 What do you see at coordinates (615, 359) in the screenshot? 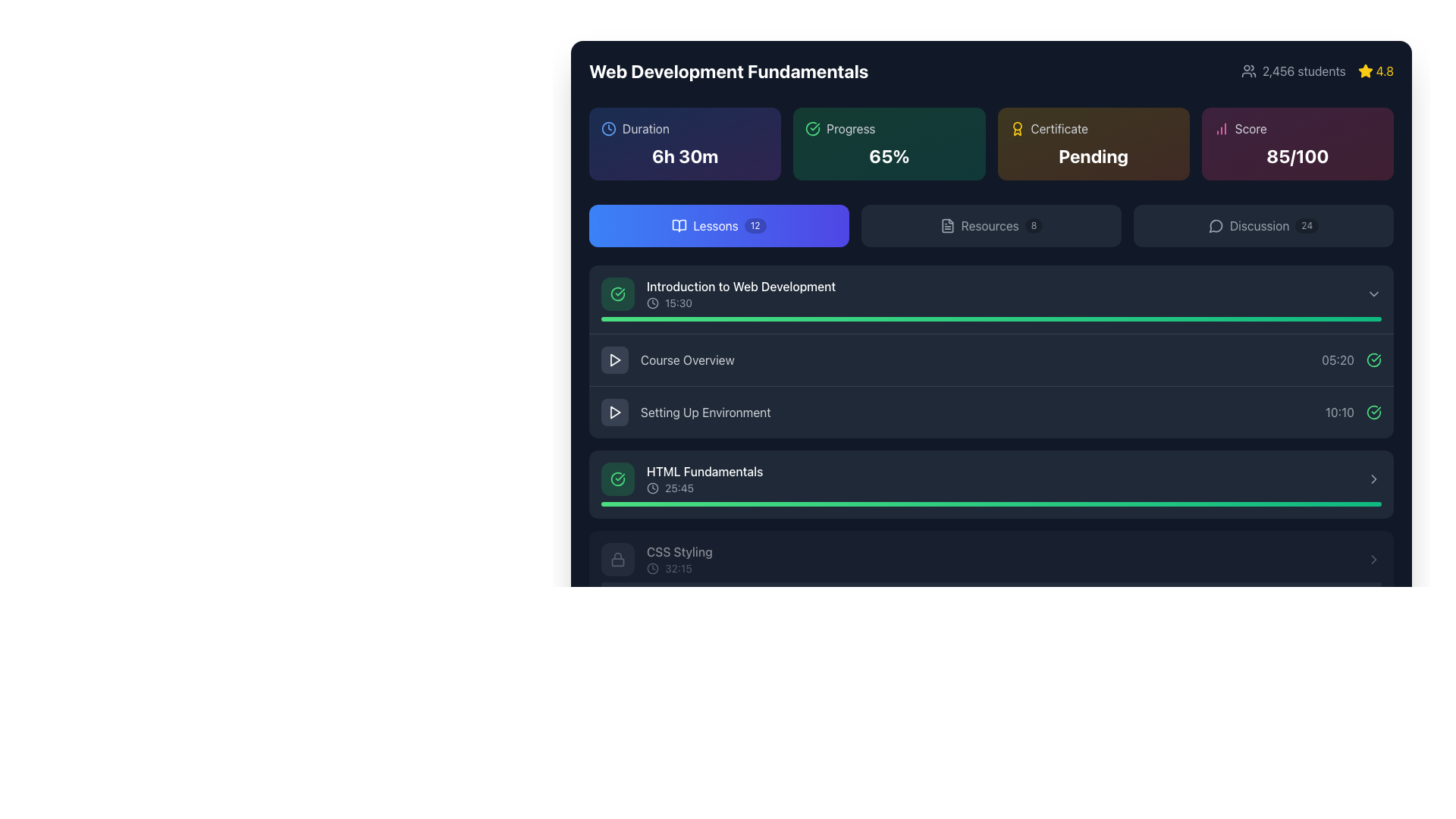
I see `the play icon, which is a small triangular shape pointing rightwards, styled in white and located within a dark circular button` at bounding box center [615, 359].